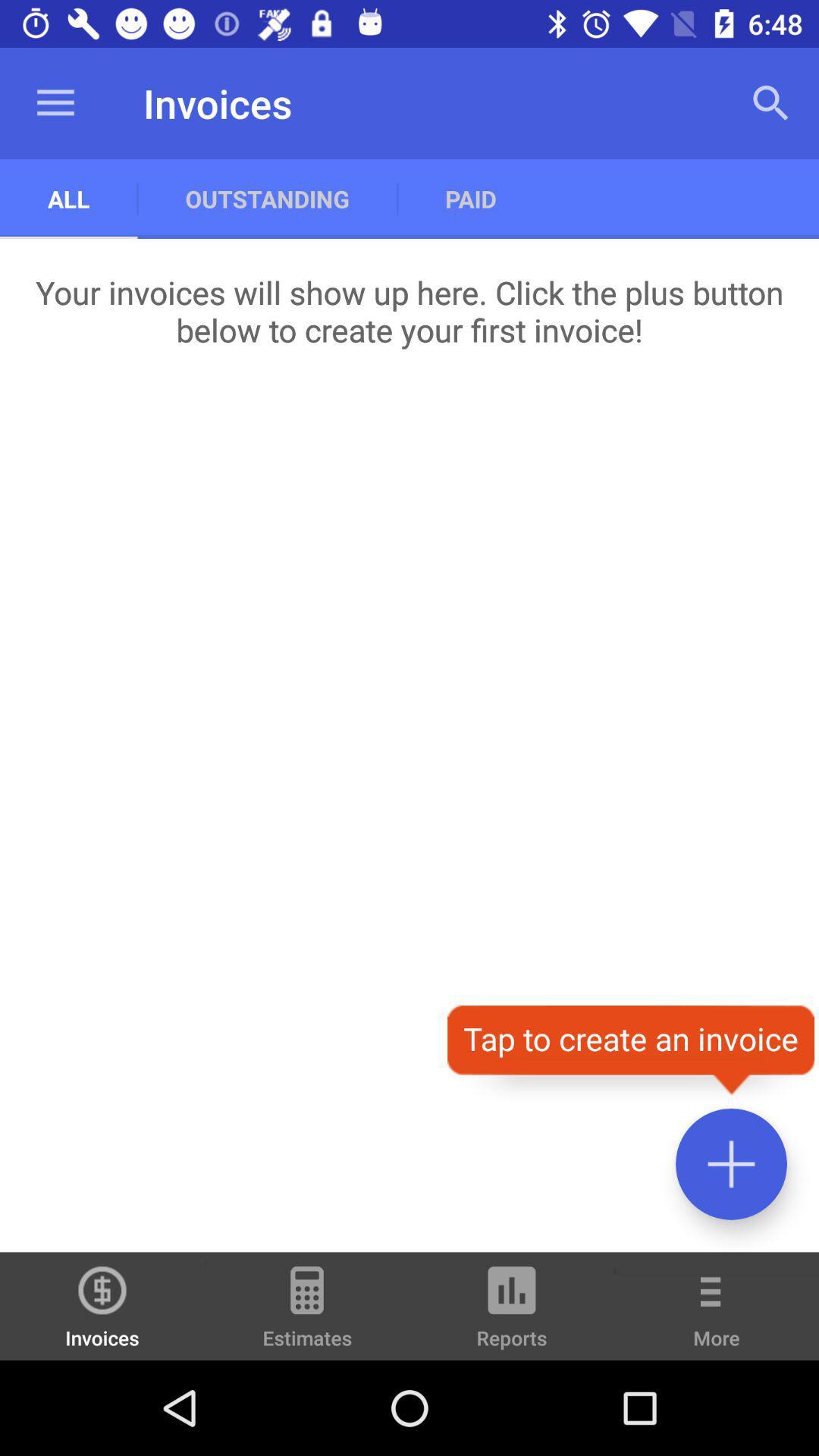 This screenshot has height=1456, width=819. I want to click on the app next to the paid, so click(771, 102).